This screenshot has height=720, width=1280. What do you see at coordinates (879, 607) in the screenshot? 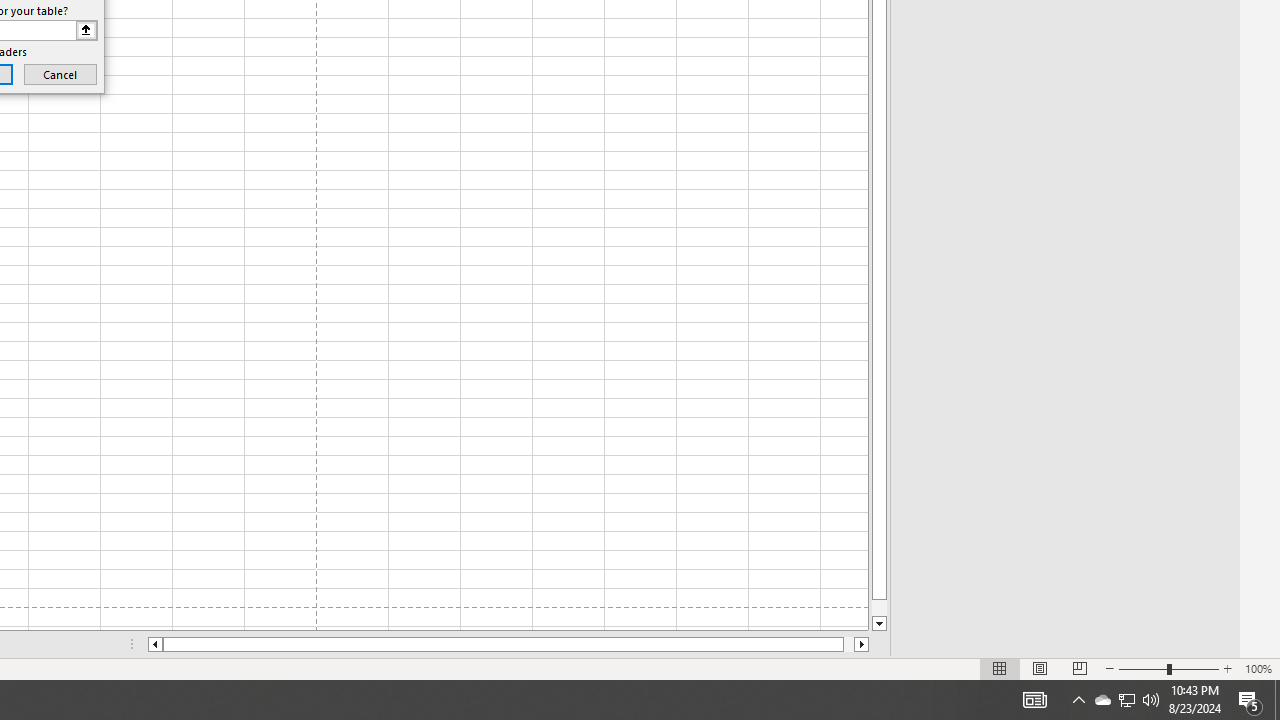
I see `'Page down'` at bounding box center [879, 607].